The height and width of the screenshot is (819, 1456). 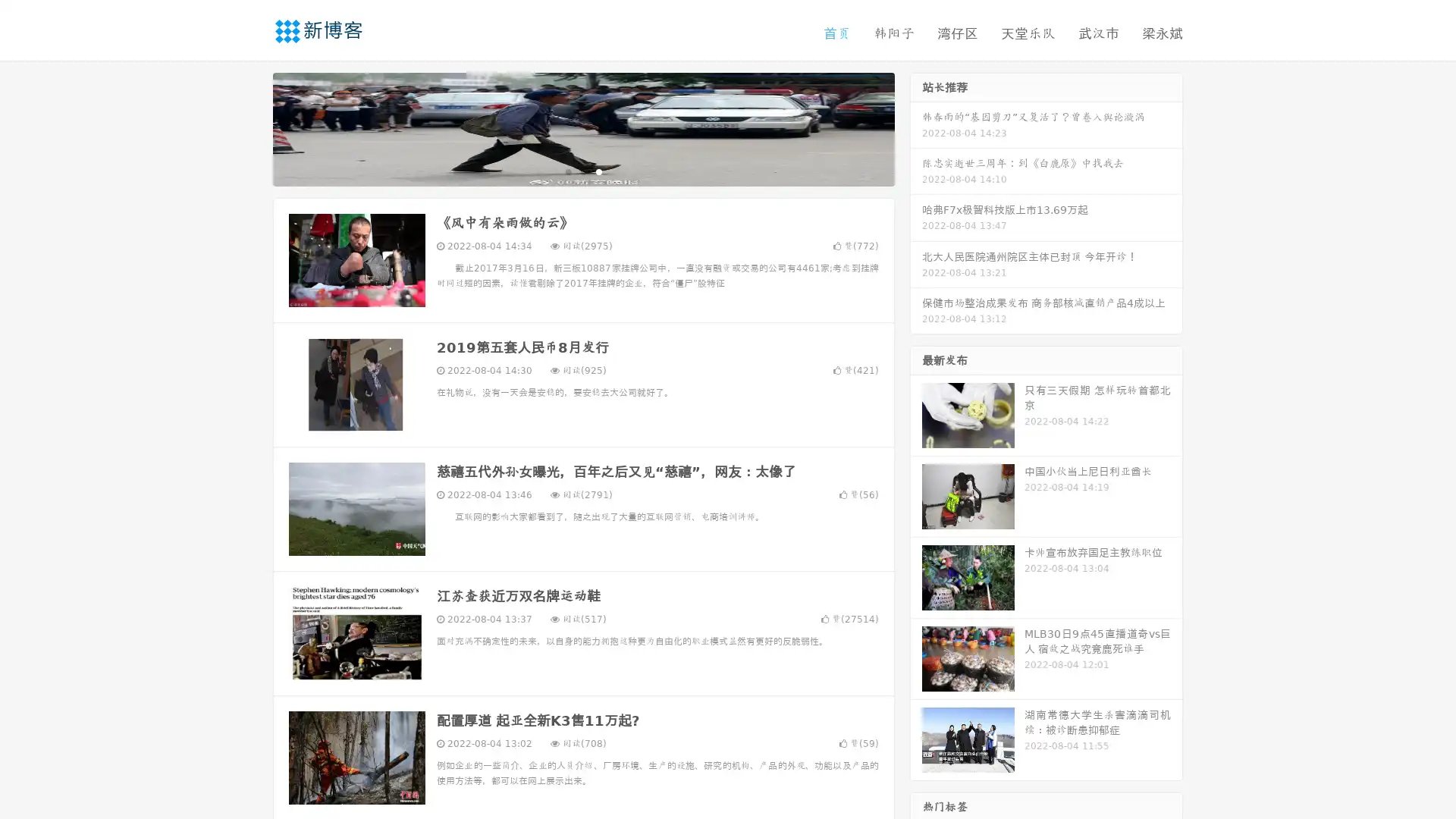 I want to click on Go to slide 3, so click(x=598, y=171).